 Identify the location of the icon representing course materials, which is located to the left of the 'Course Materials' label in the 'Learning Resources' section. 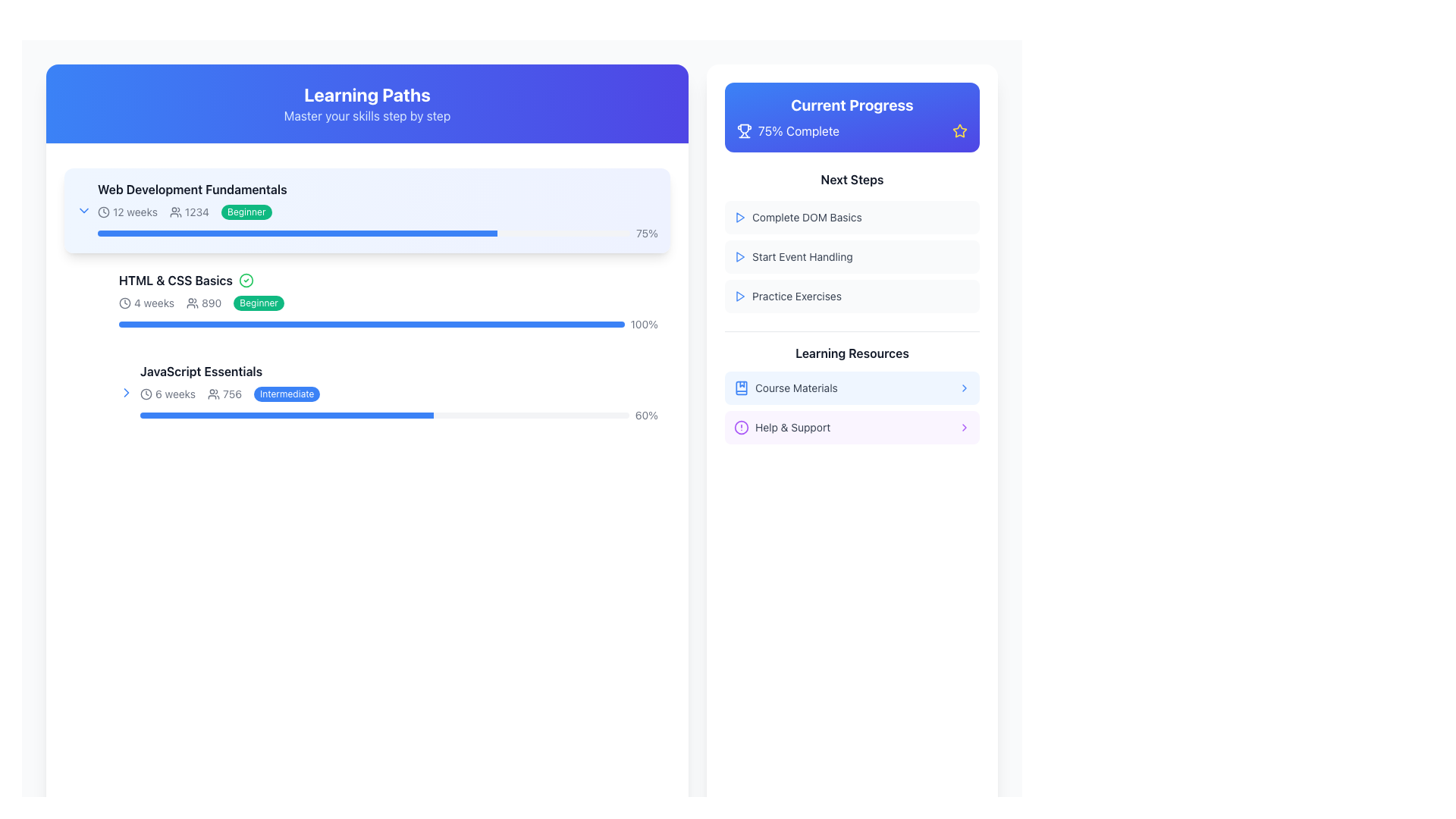
(742, 388).